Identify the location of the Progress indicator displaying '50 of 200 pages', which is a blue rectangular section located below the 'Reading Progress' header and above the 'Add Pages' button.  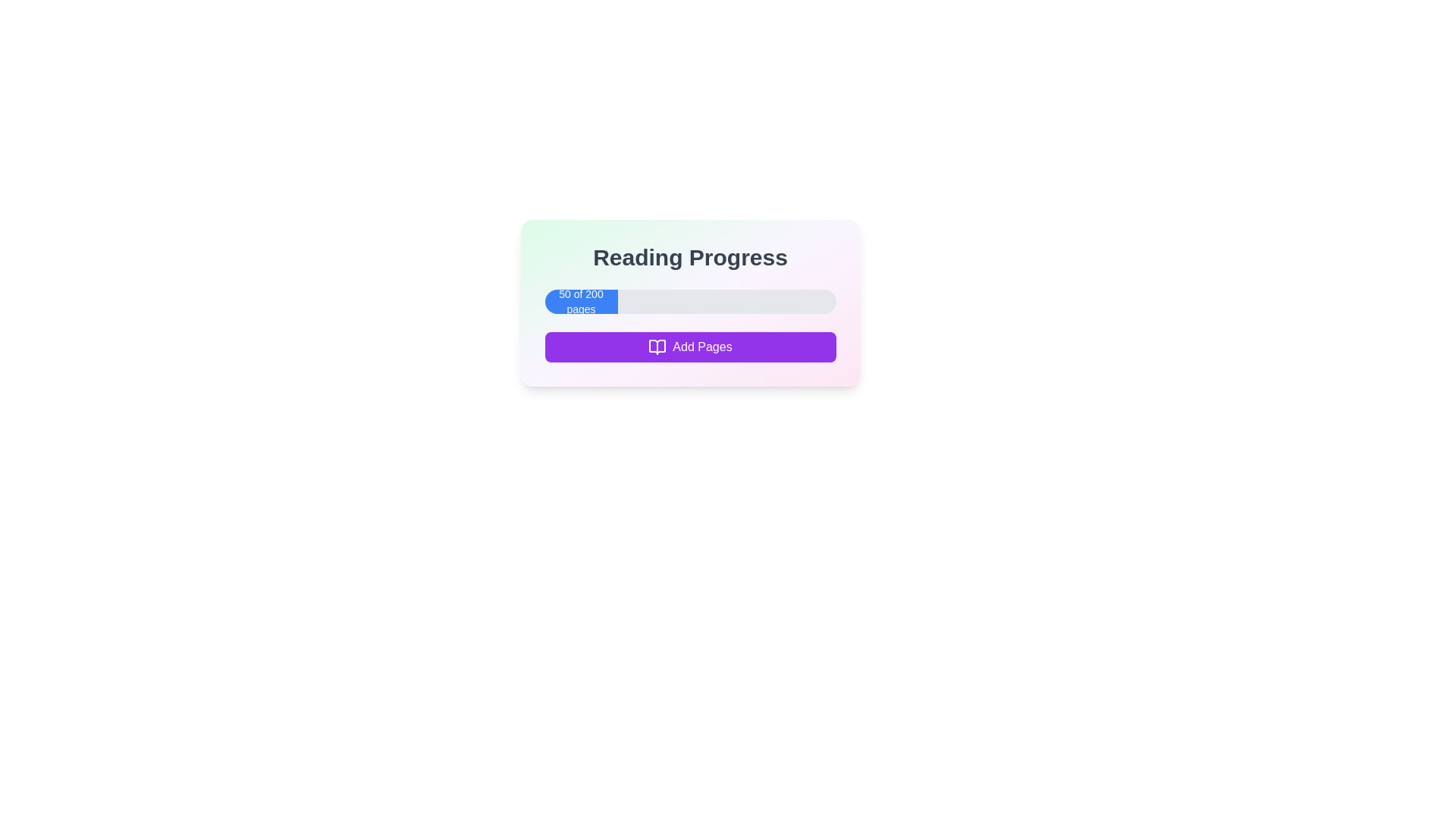
(580, 301).